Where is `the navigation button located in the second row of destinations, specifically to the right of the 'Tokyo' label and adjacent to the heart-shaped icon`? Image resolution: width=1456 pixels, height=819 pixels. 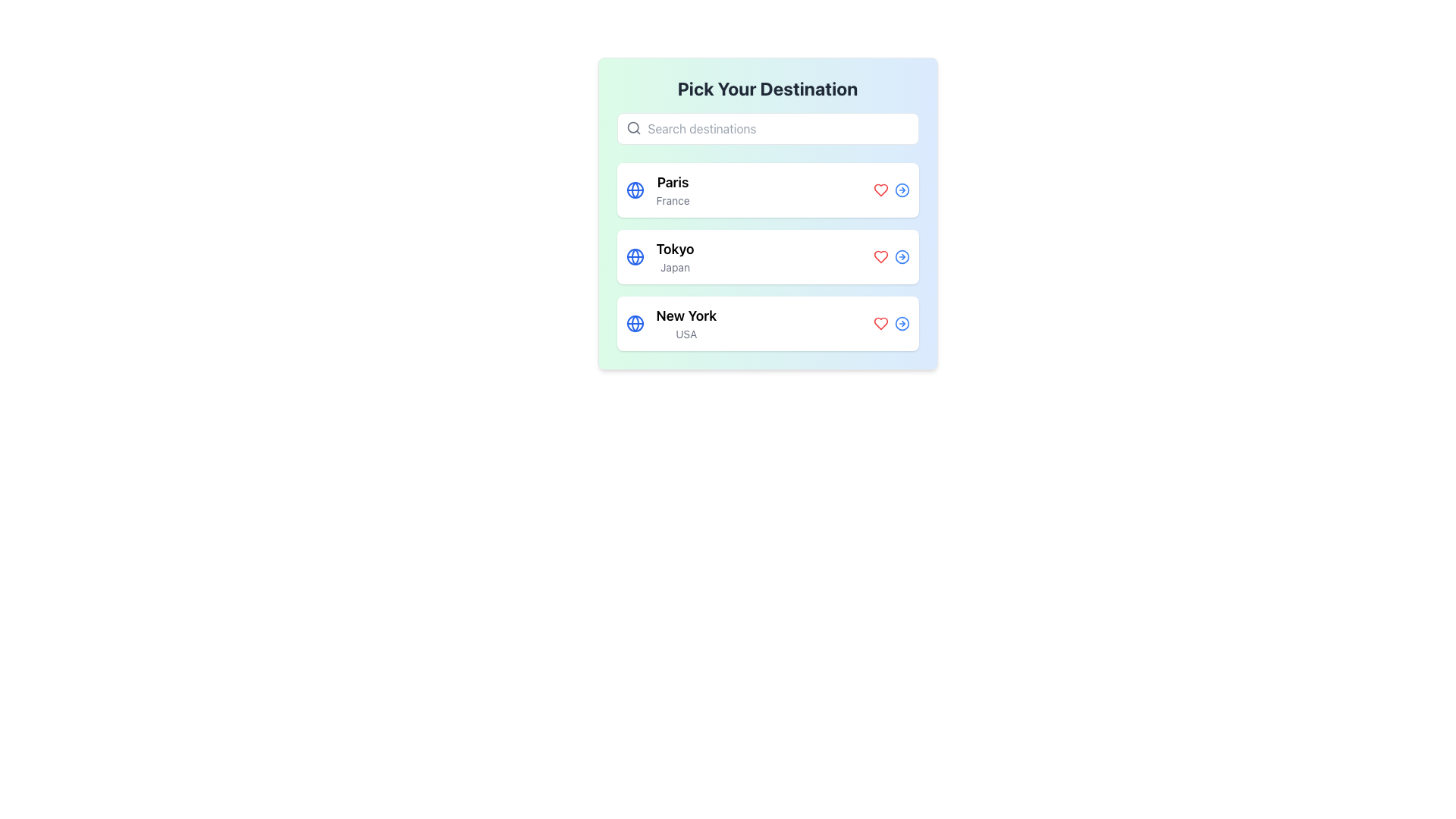 the navigation button located in the second row of destinations, specifically to the right of the 'Tokyo' label and adjacent to the heart-shaped icon is located at coordinates (902, 256).